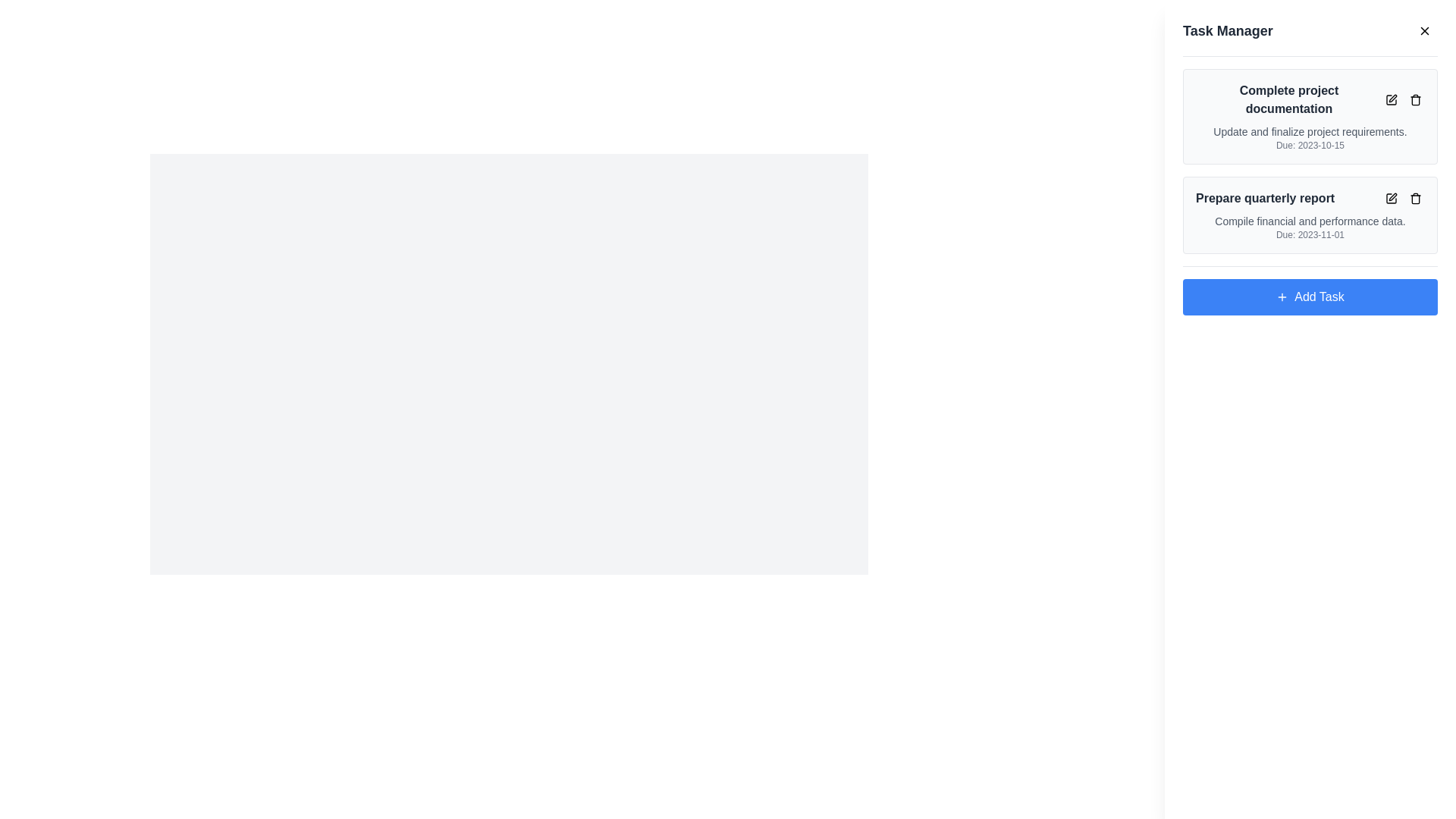  Describe the element at coordinates (1318, 297) in the screenshot. I see `the 'Add Task' button, which is a label styled in white text on a blue background, located in the sidebar near the bottom, adjacent to a '+' icon` at that location.